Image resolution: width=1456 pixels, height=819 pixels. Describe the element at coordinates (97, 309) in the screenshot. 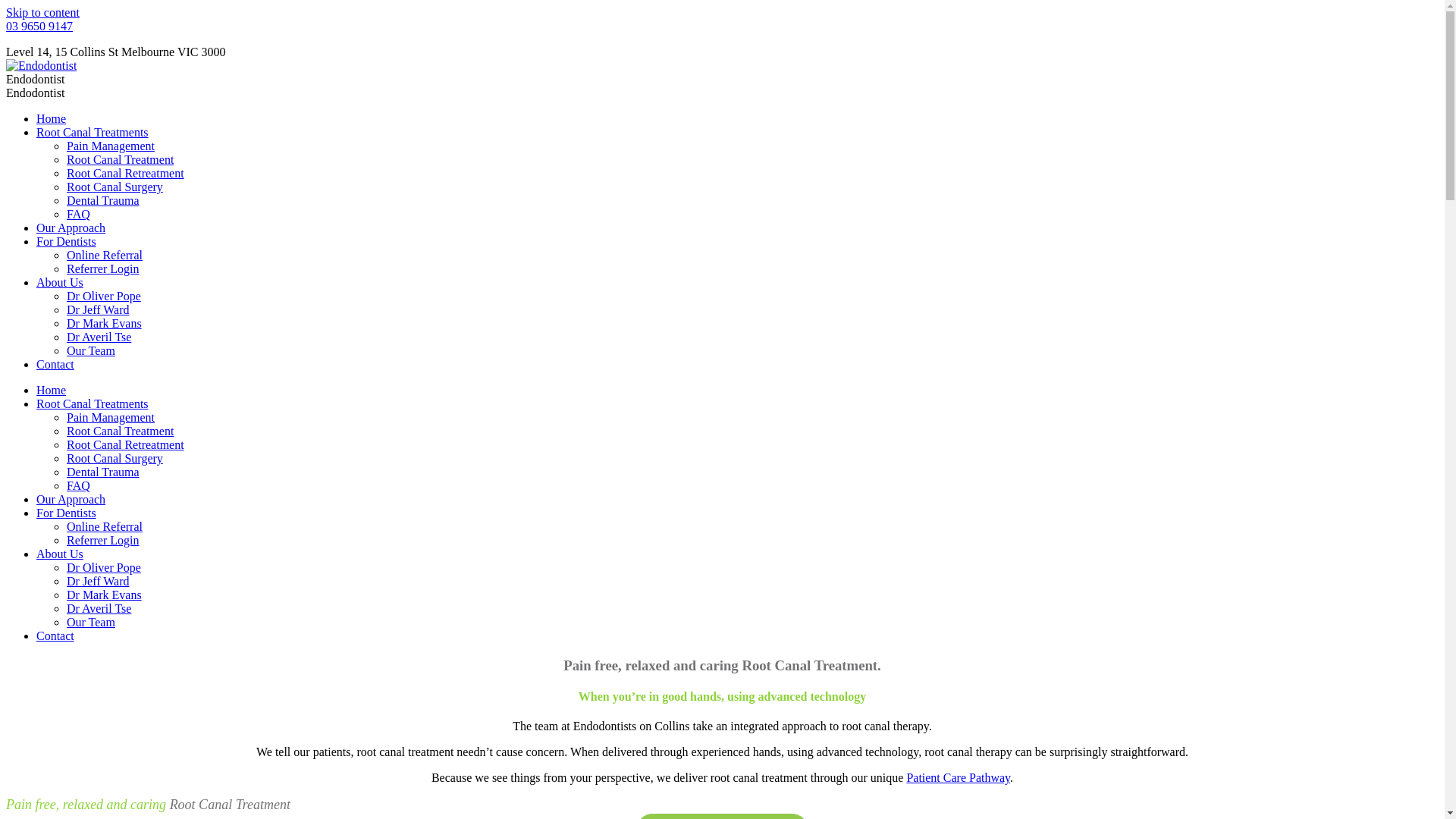

I see `'Dr Jeff Ward'` at that location.